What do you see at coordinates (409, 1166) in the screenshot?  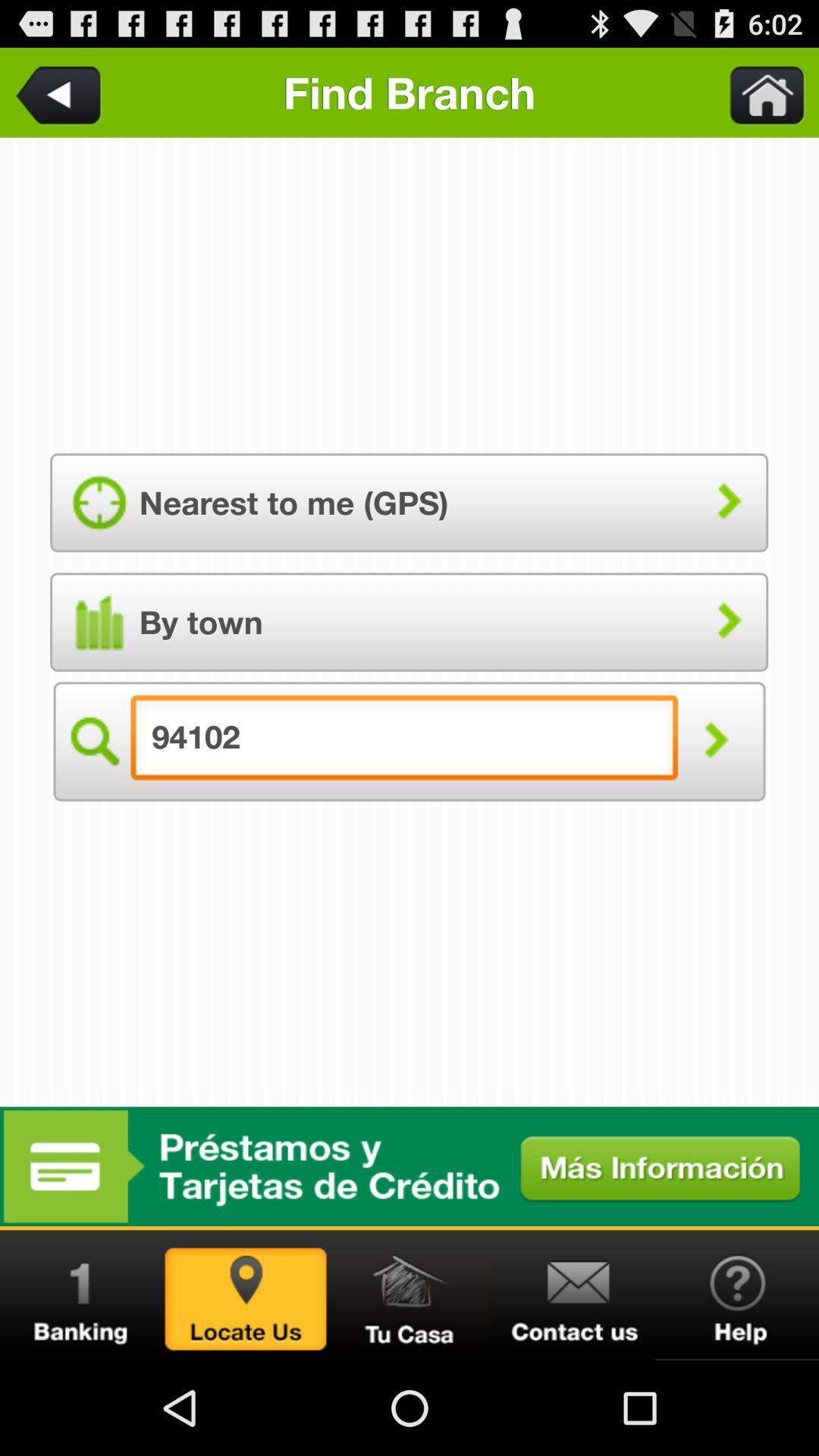 I see `add` at bounding box center [409, 1166].